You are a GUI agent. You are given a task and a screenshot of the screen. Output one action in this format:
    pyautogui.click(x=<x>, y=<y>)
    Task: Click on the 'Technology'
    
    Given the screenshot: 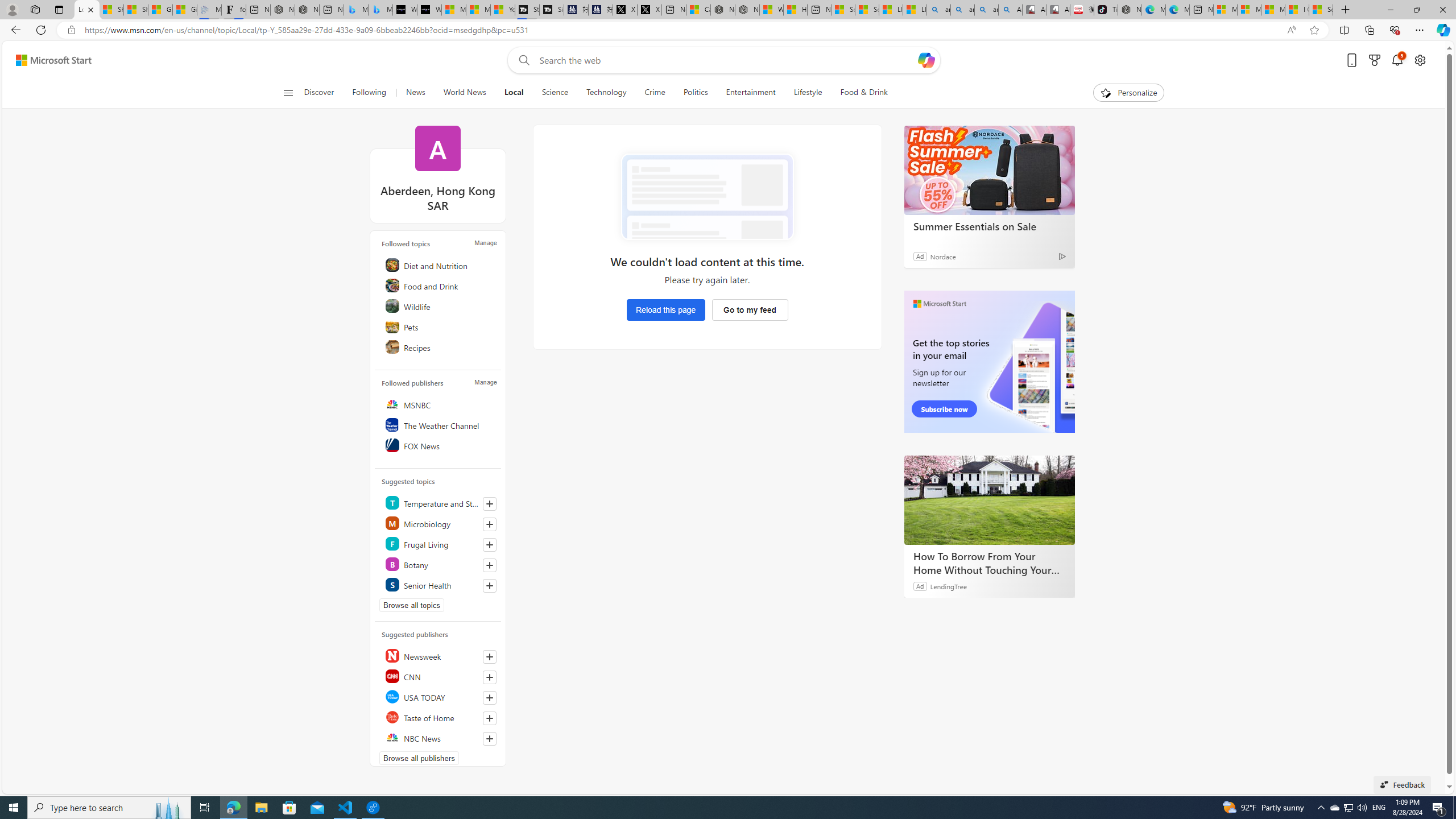 What is the action you would take?
    pyautogui.click(x=605, y=92)
    